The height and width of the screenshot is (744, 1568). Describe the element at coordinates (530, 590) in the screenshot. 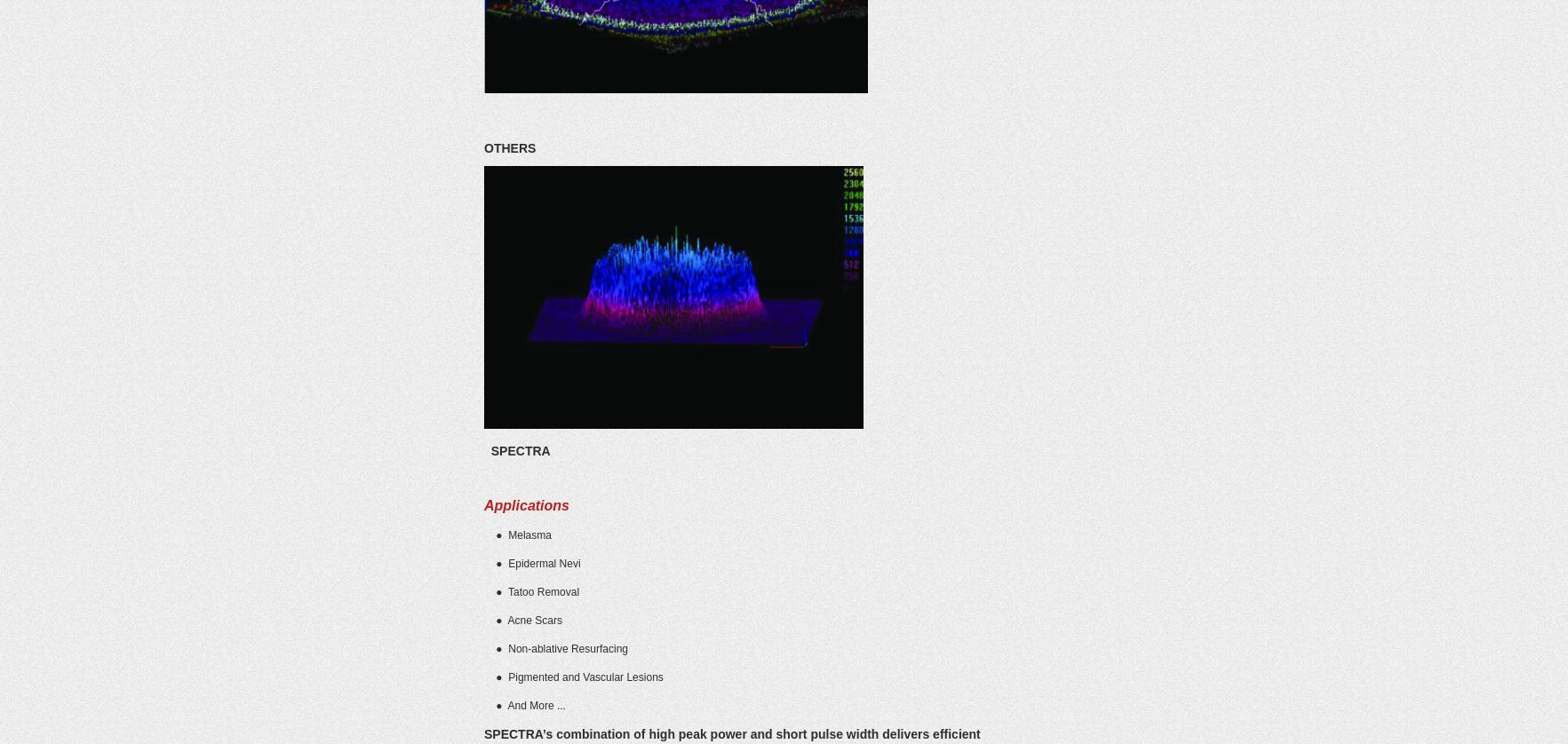

I see `'●  Tatoo Removal'` at that location.